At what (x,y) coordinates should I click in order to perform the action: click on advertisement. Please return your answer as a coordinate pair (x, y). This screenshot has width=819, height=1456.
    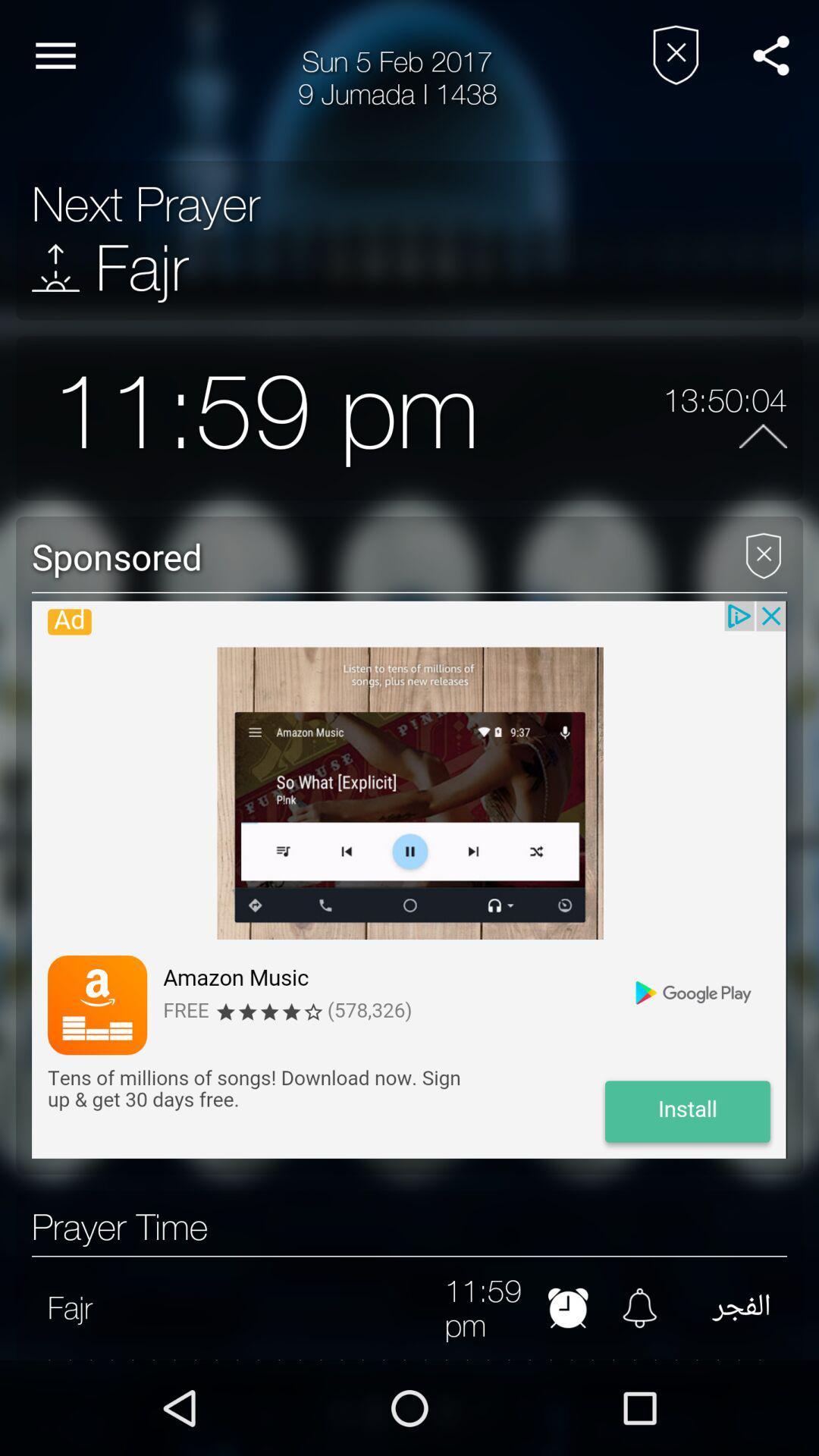
    Looking at the image, I should click on (763, 549).